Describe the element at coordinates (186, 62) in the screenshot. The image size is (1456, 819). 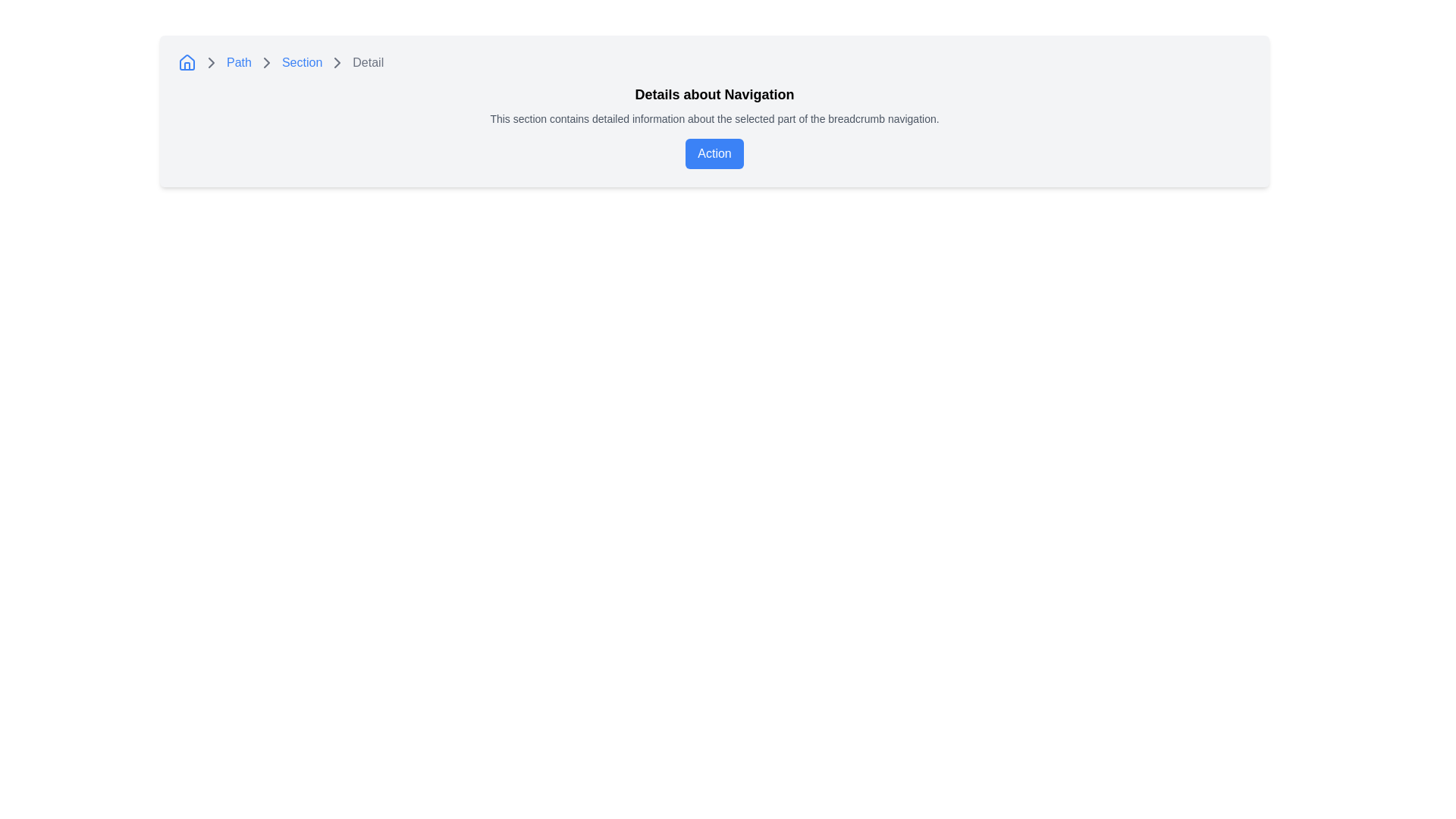
I see `the 'Home' SVG icon in the breadcrumb navigation bar` at that location.